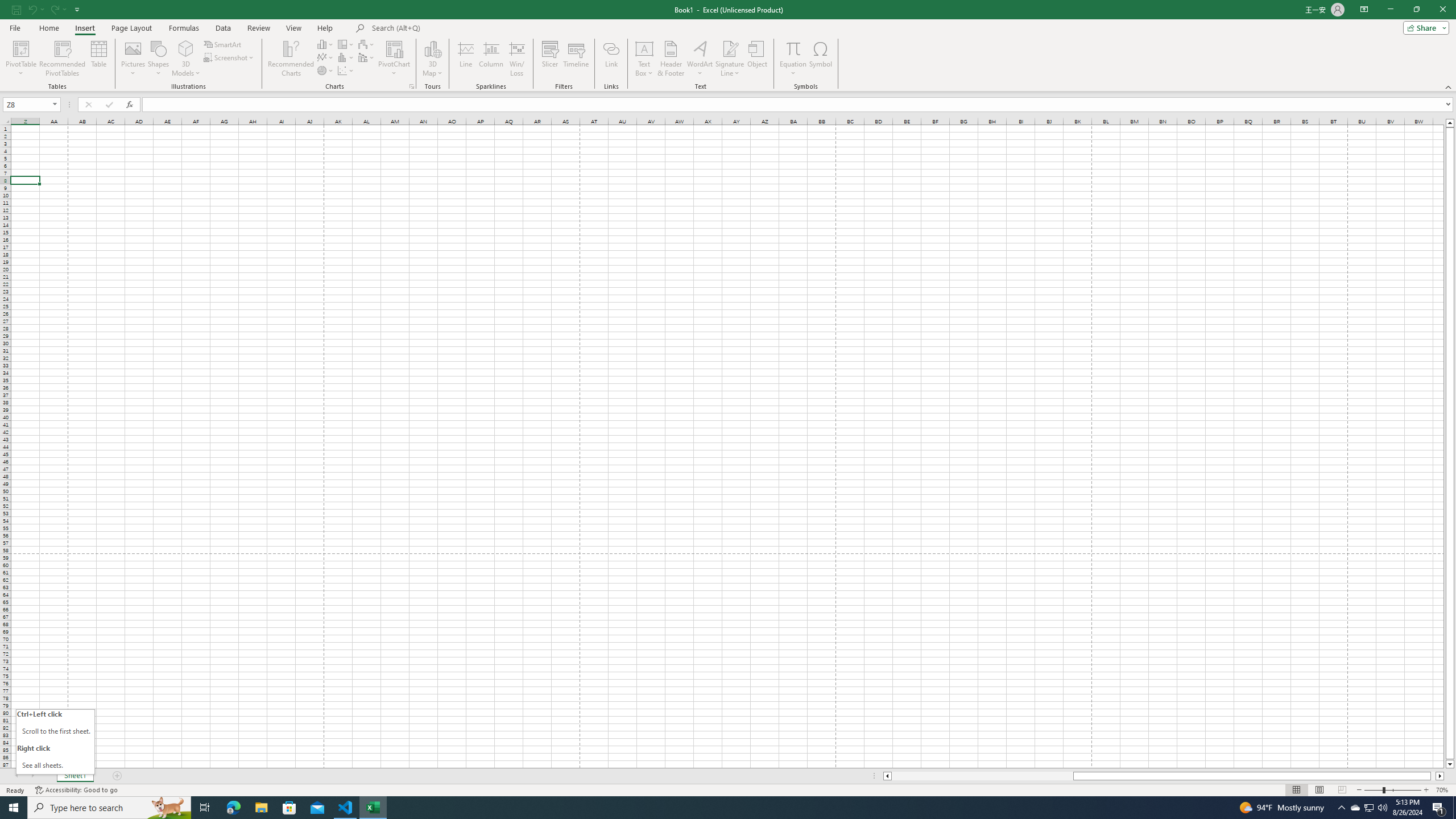 This screenshot has height=819, width=1456. What do you see at coordinates (222, 44) in the screenshot?
I see `'SmartArt...'` at bounding box center [222, 44].